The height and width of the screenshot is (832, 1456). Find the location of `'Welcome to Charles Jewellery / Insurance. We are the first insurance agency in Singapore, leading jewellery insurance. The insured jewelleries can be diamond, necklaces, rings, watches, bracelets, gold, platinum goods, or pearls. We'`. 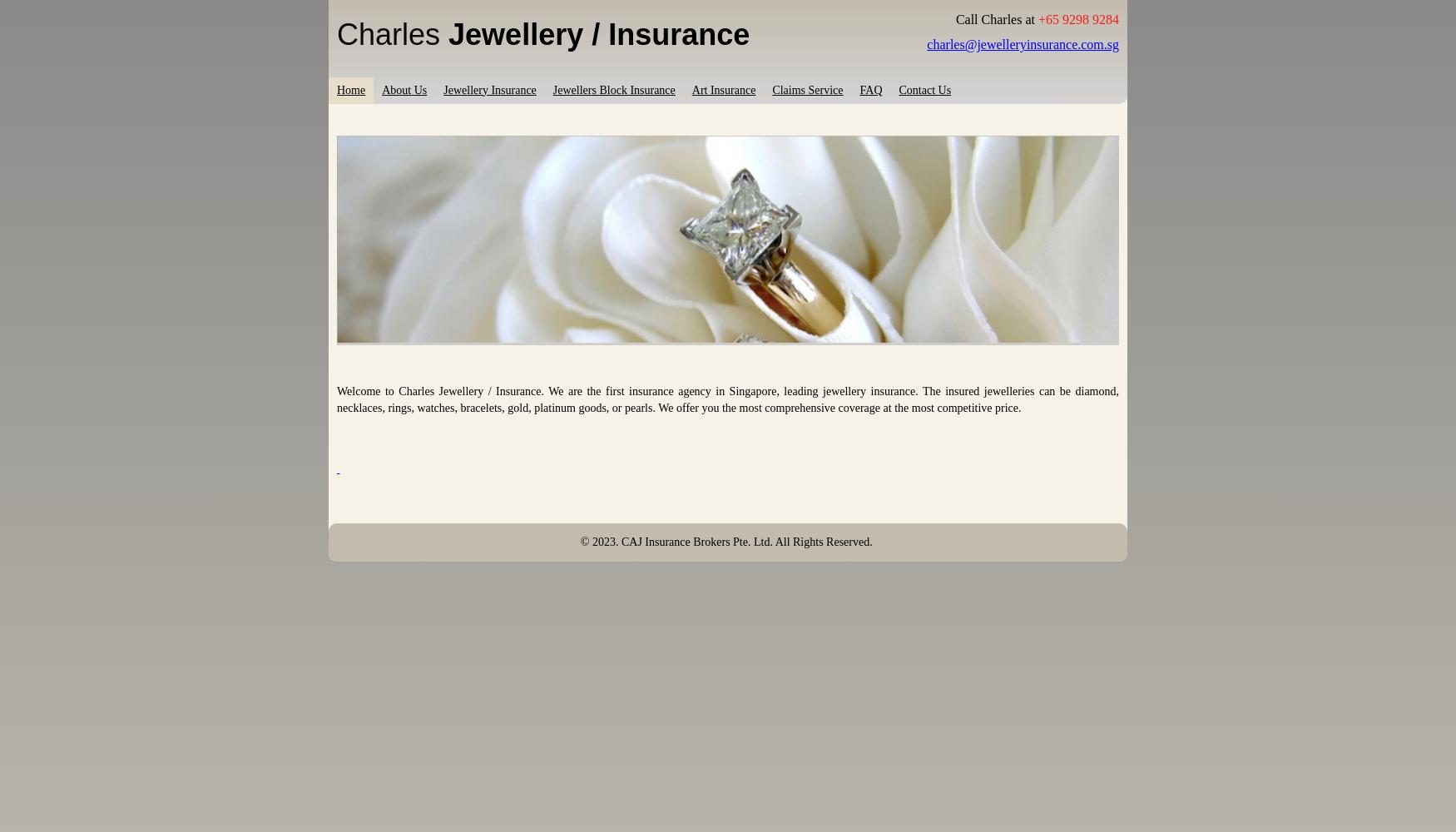

'Welcome to Charles Jewellery / Insurance. We are the first insurance agency in Singapore, leading jewellery insurance. The insured jewelleries can be diamond, necklaces, rings, watches, bracelets, gold, platinum goods, or pearls. We' is located at coordinates (728, 398).